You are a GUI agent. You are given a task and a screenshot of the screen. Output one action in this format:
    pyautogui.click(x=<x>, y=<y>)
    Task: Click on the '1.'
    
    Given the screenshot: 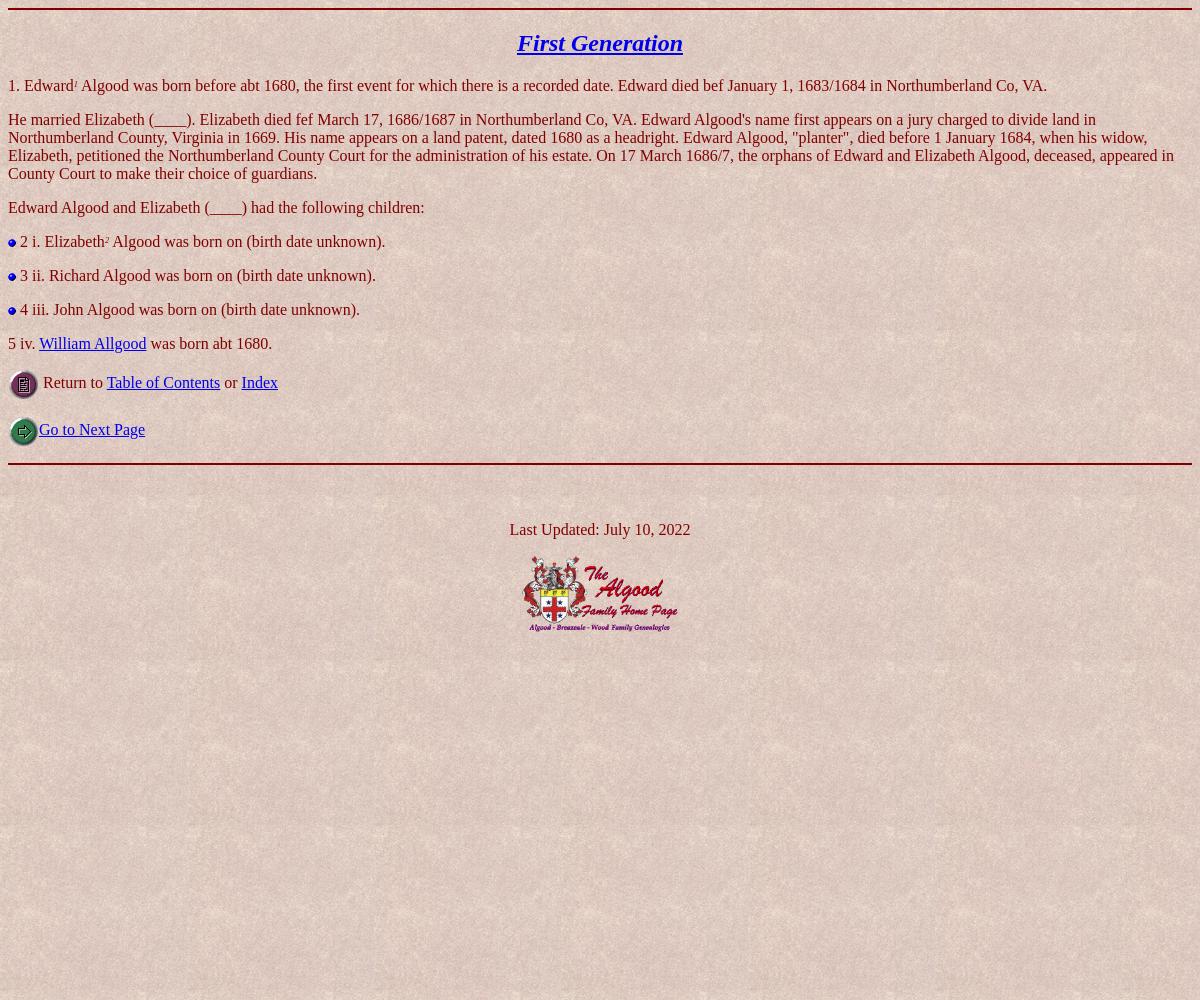 What is the action you would take?
    pyautogui.click(x=15, y=83)
    